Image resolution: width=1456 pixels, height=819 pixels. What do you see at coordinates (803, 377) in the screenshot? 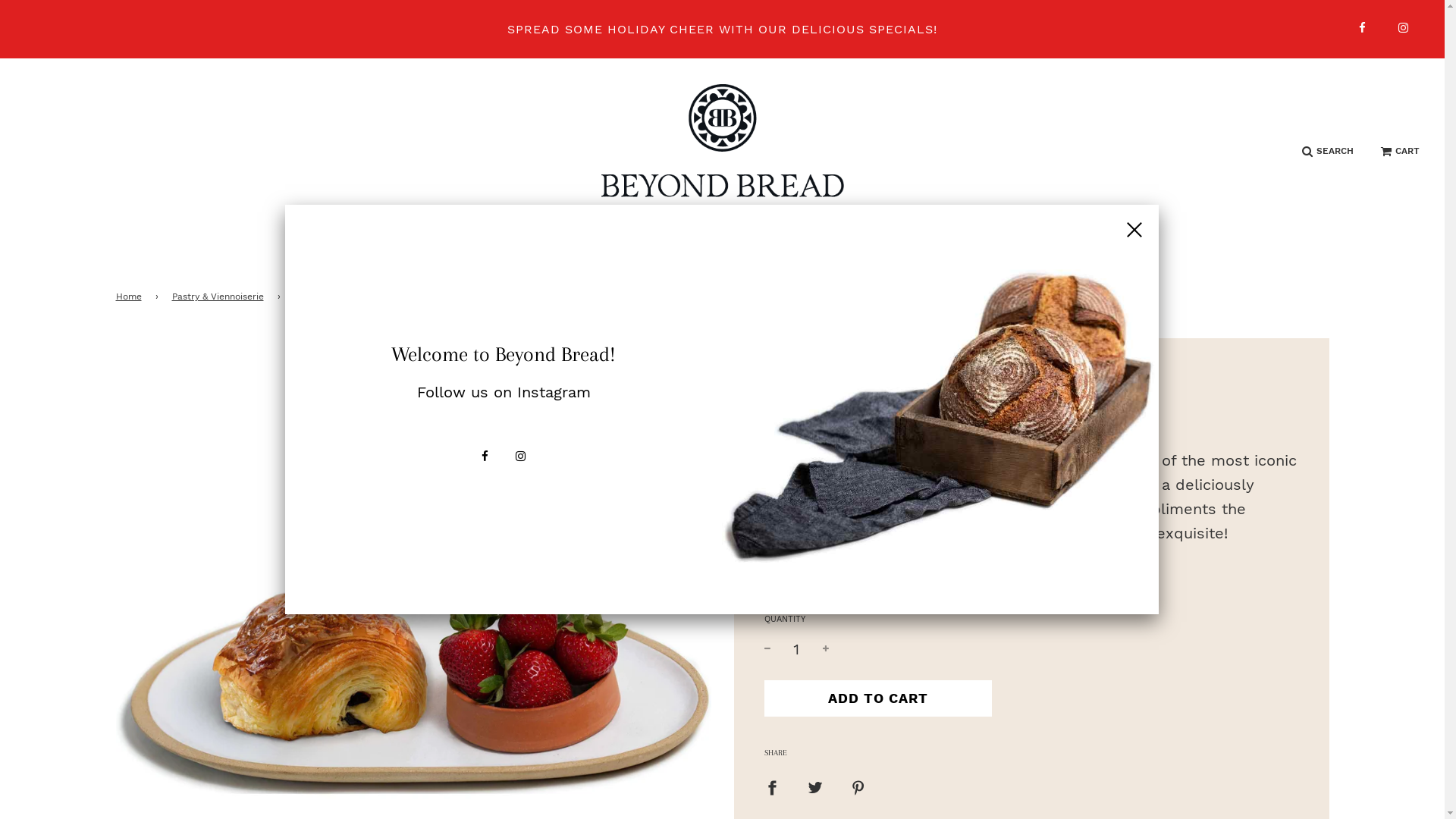
I see `'Beyond Bread'` at bounding box center [803, 377].